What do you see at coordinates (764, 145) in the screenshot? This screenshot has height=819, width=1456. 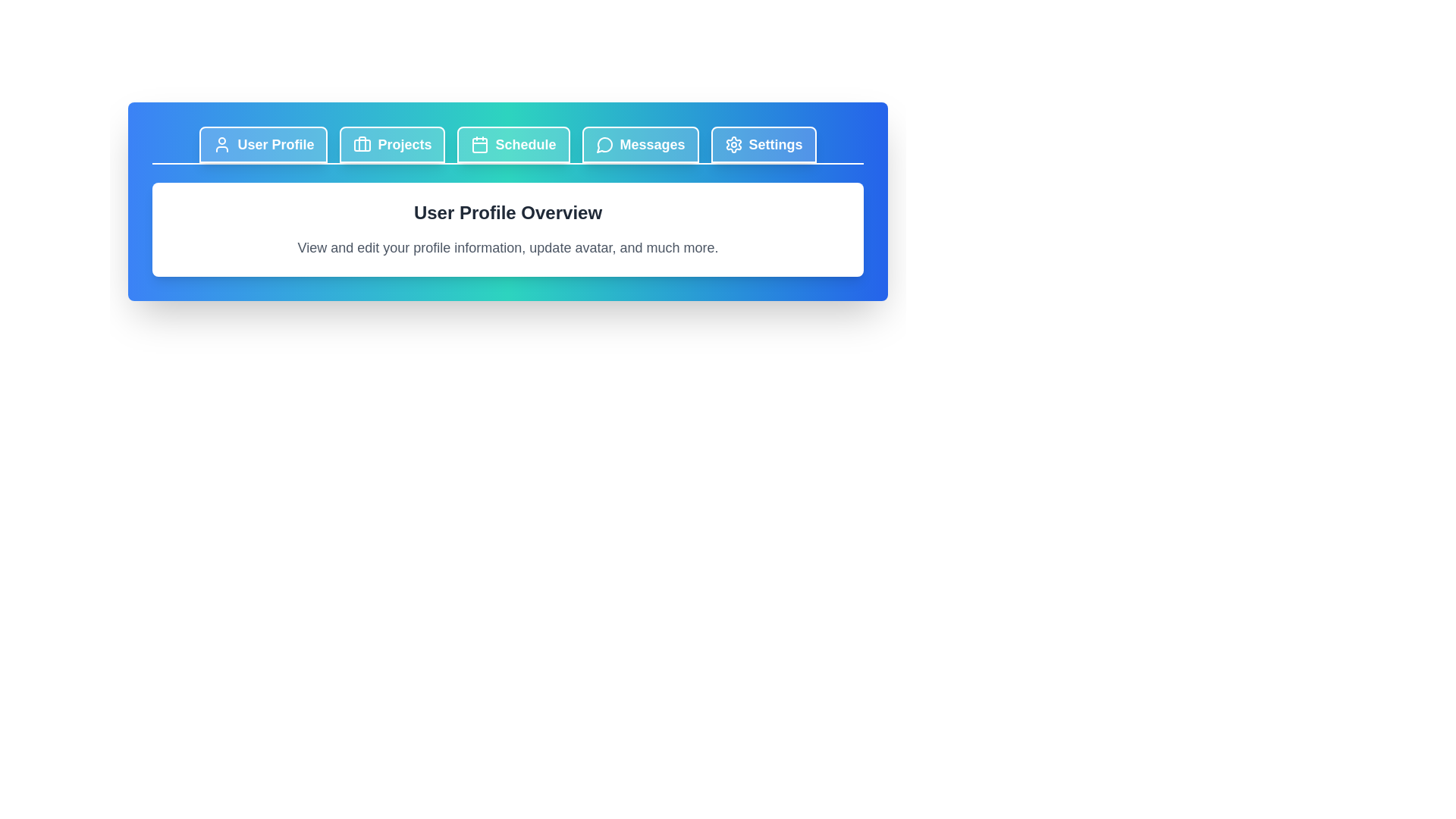 I see `the 'Settings' tab in the navigation bar, which features white text on a blue background with a gear icon` at bounding box center [764, 145].